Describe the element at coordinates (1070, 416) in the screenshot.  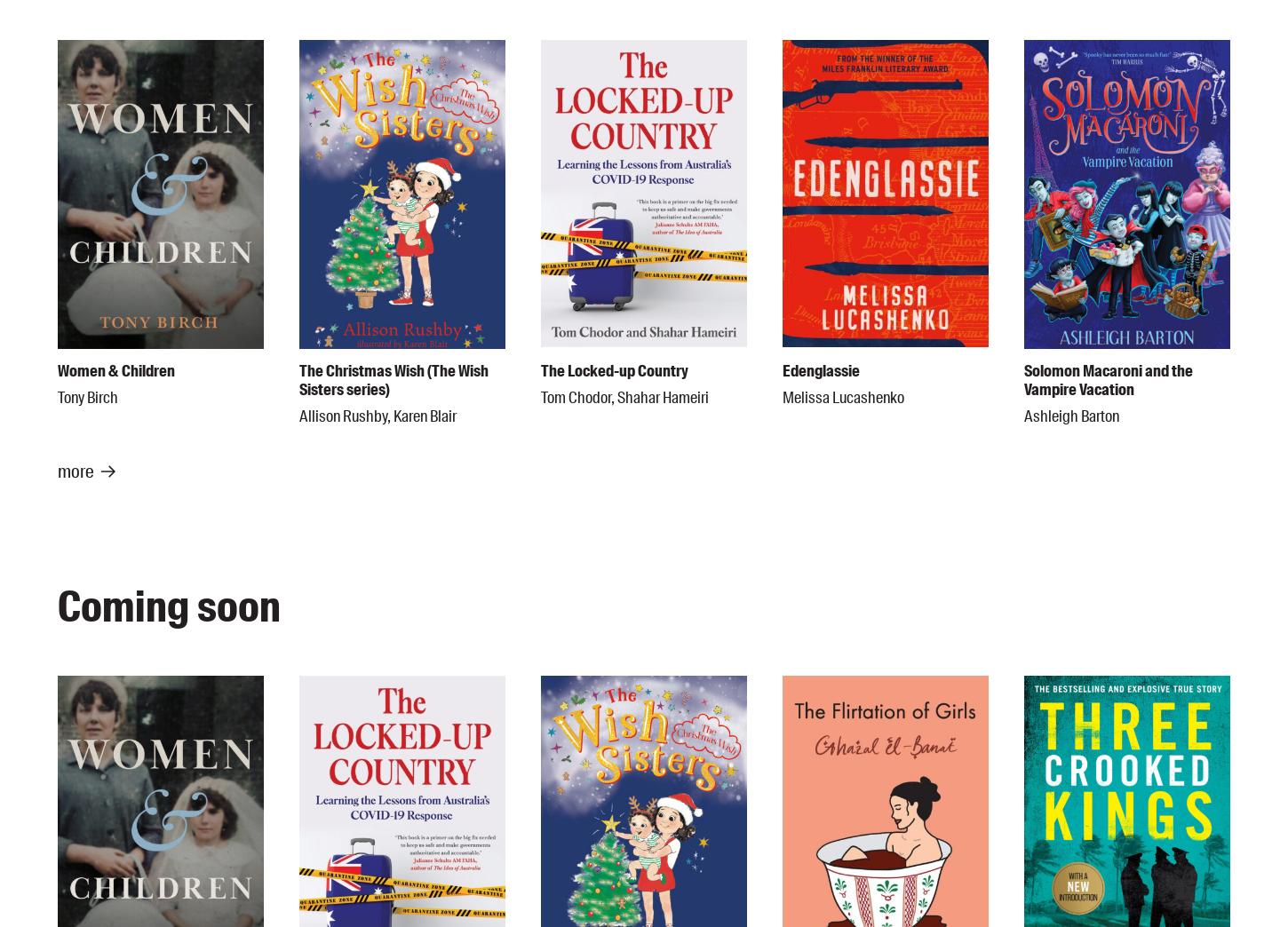
I see `'Ashleigh Barton'` at that location.